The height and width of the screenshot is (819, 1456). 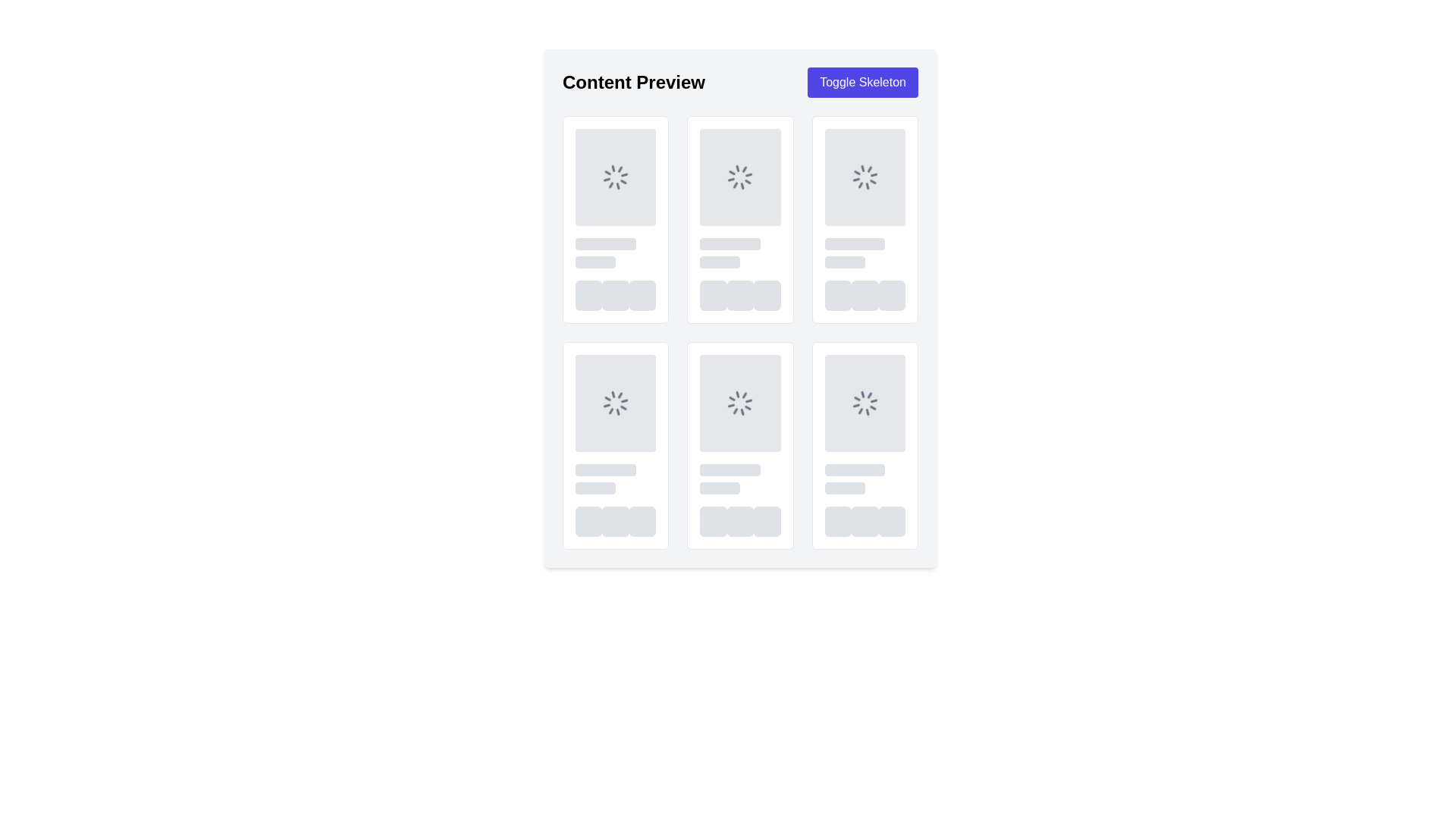 I want to click on the loading spinner icon, which is a circular spinner with gray color and animated spinning effect, located in the second row and third column of the grid in the 'Content Preview' layout, so click(x=864, y=403).